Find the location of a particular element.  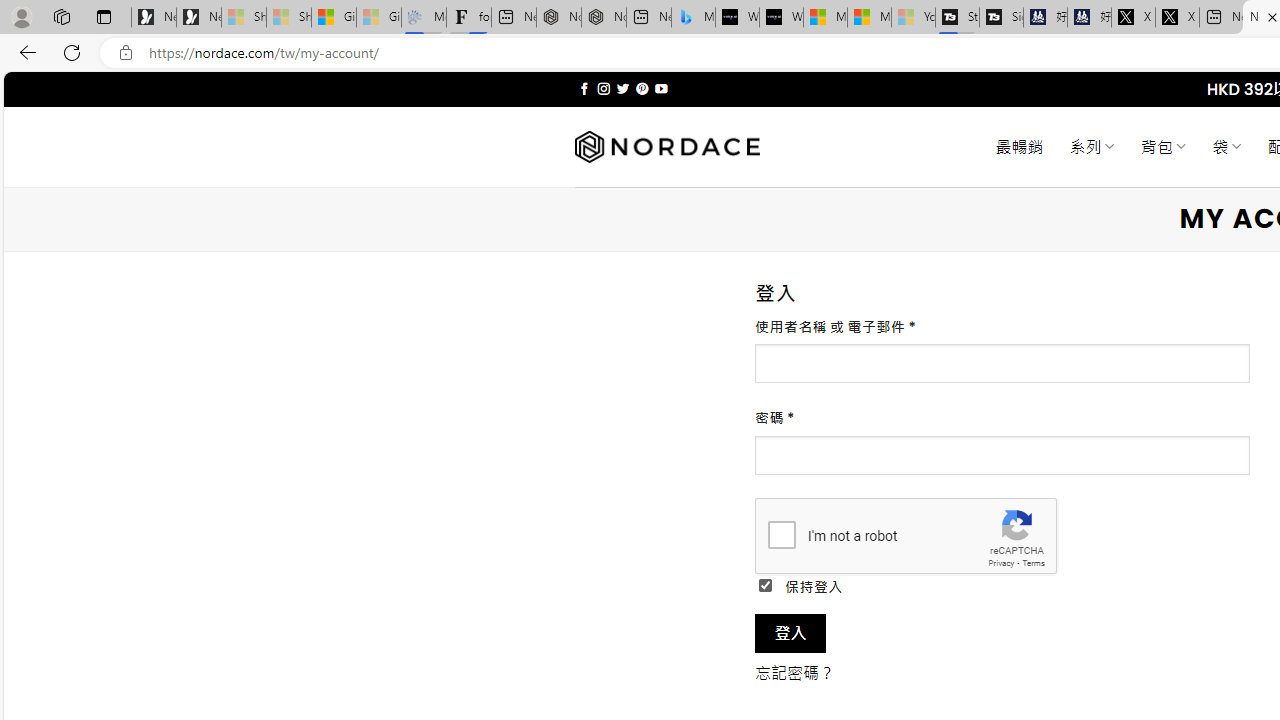

'Privacy' is located at coordinates (1001, 563).